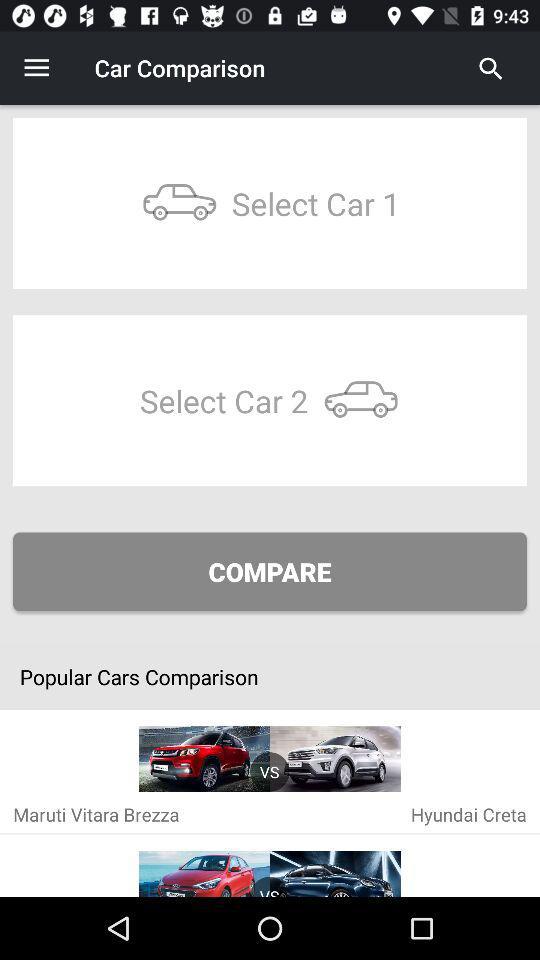  I want to click on compare icon, so click(270, 571).